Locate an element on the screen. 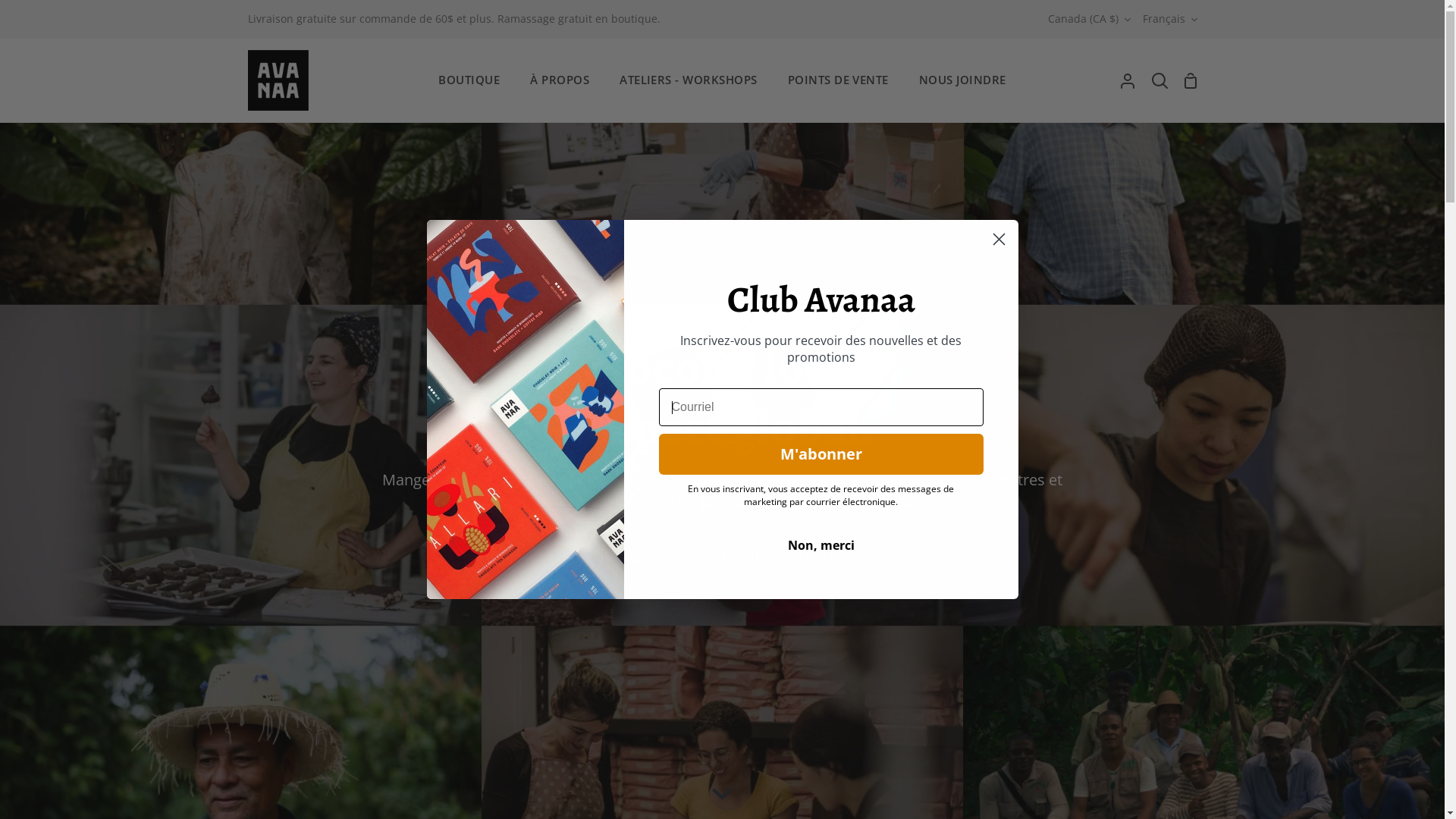  'NOUS JOINDRE' is located at coordinates (962, 80).